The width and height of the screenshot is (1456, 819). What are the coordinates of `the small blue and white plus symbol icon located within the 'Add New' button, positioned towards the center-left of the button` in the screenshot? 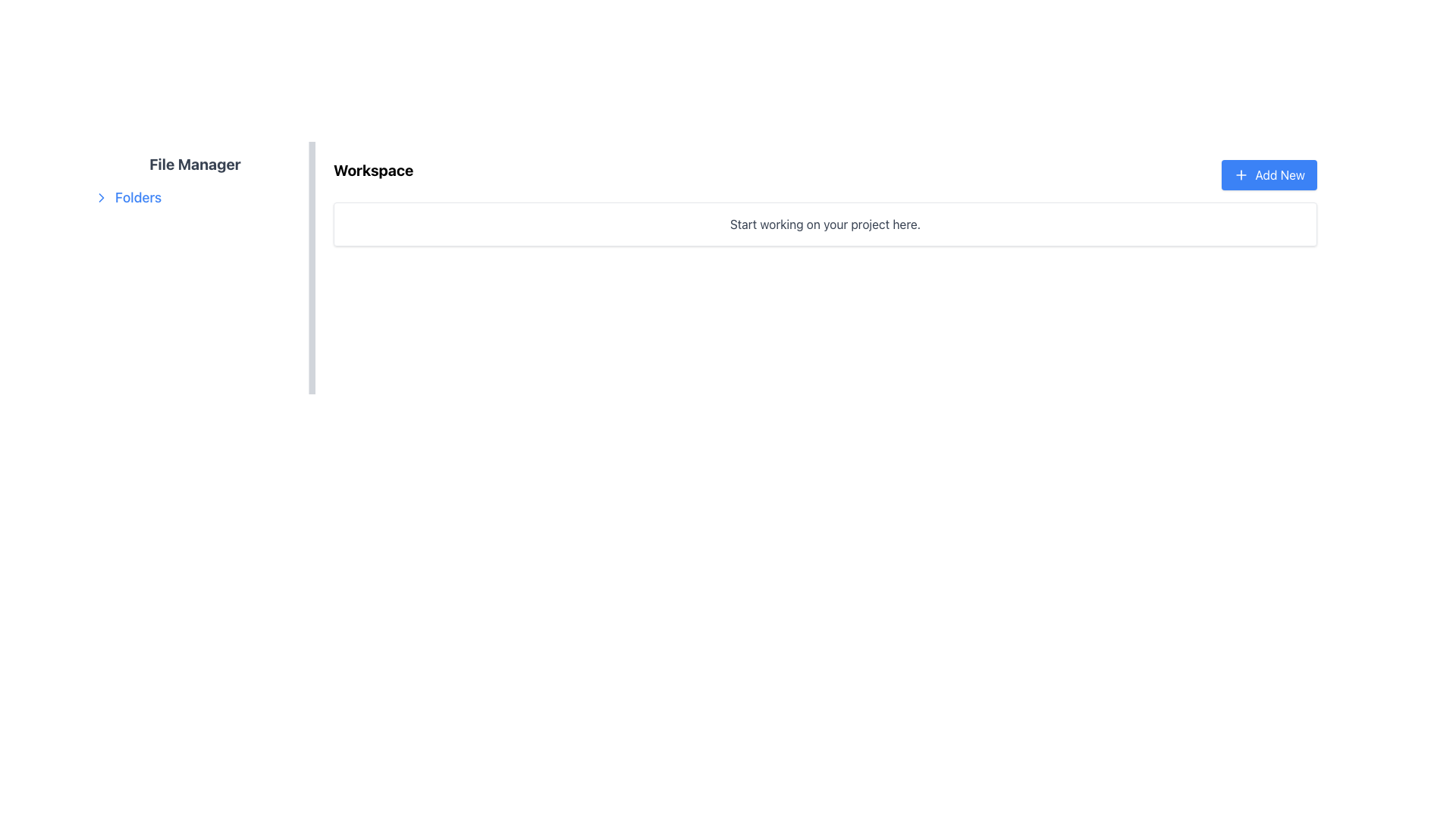 It's located at (1241, 174).